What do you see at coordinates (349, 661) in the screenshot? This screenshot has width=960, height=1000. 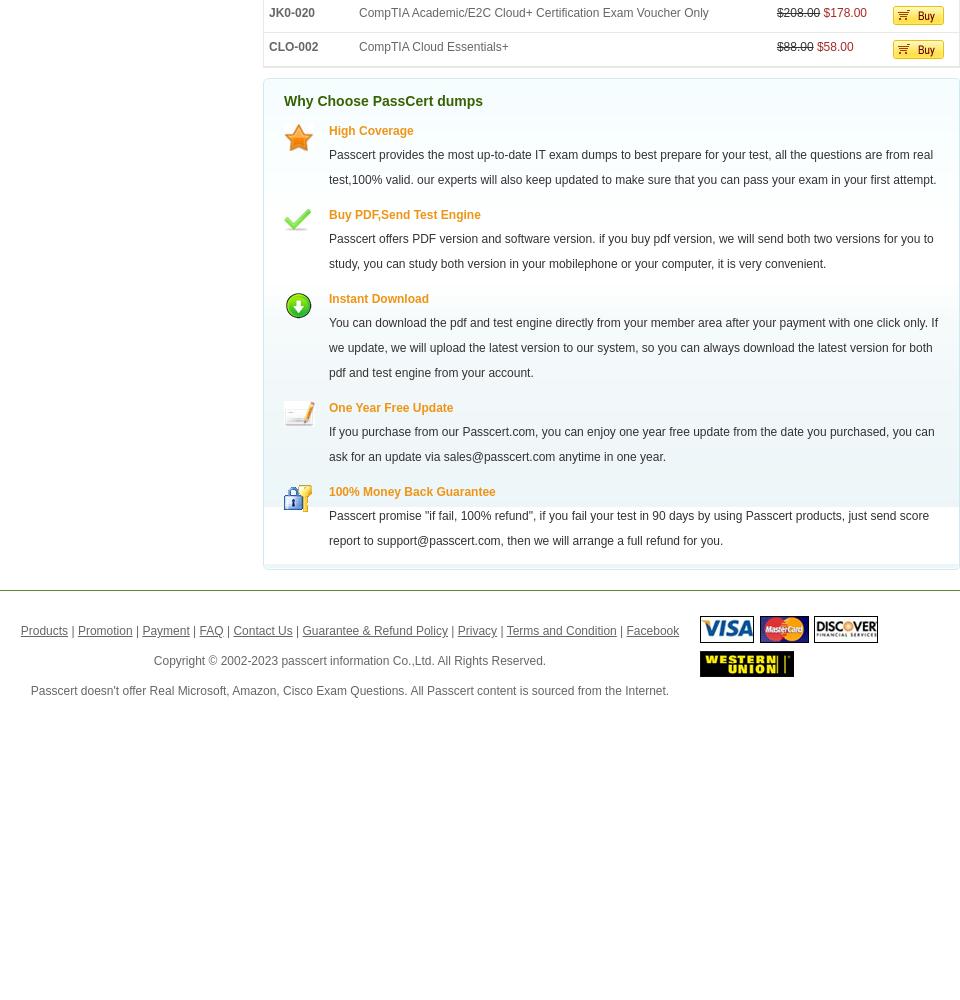 I see `'Copyright © 2002-2023 passcert information Co.,Ltd. All Rights Reserved.'` at bounding box center [349, 661].